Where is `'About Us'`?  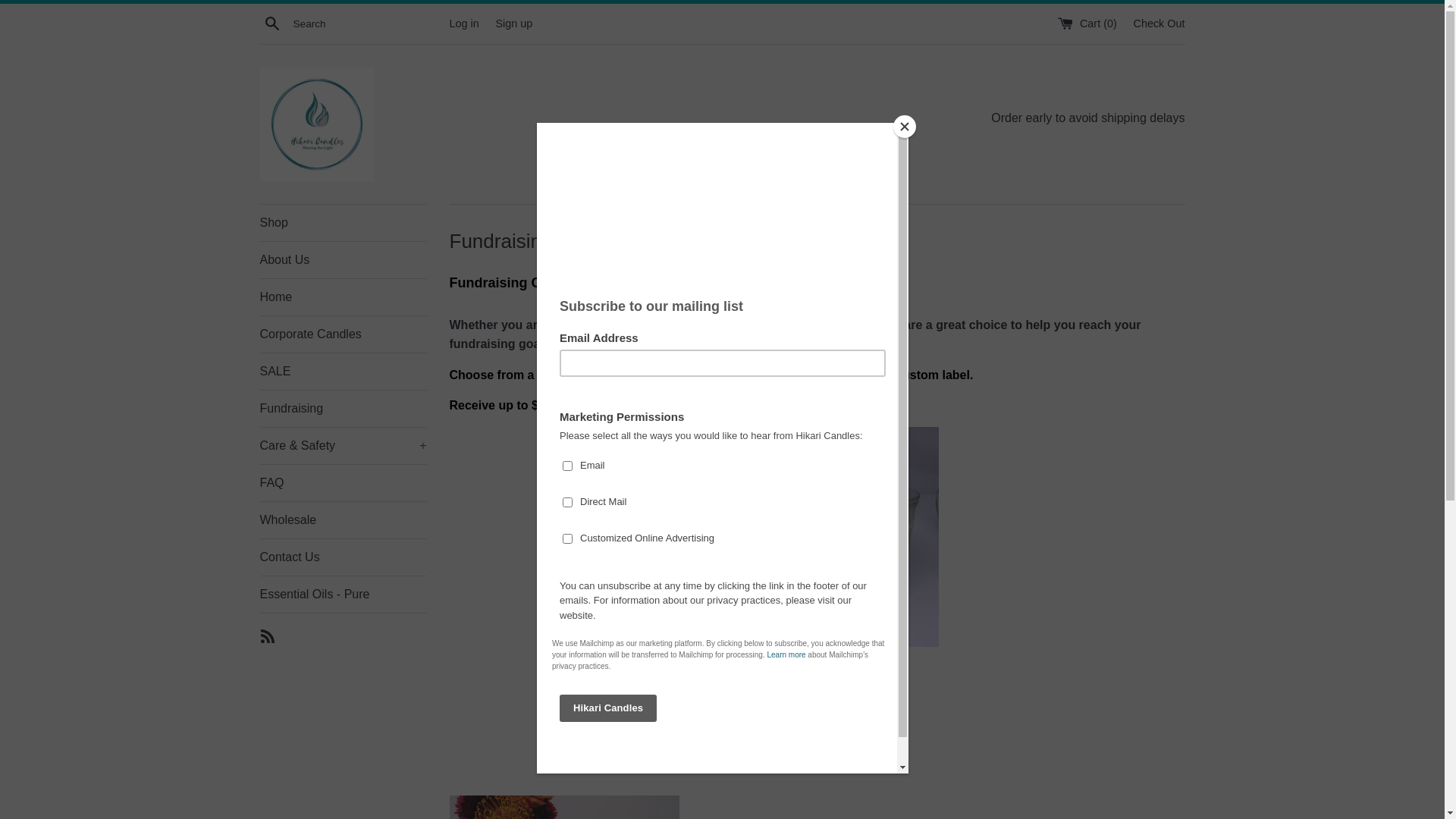
'About Us' is located at coordinates (341, 259).